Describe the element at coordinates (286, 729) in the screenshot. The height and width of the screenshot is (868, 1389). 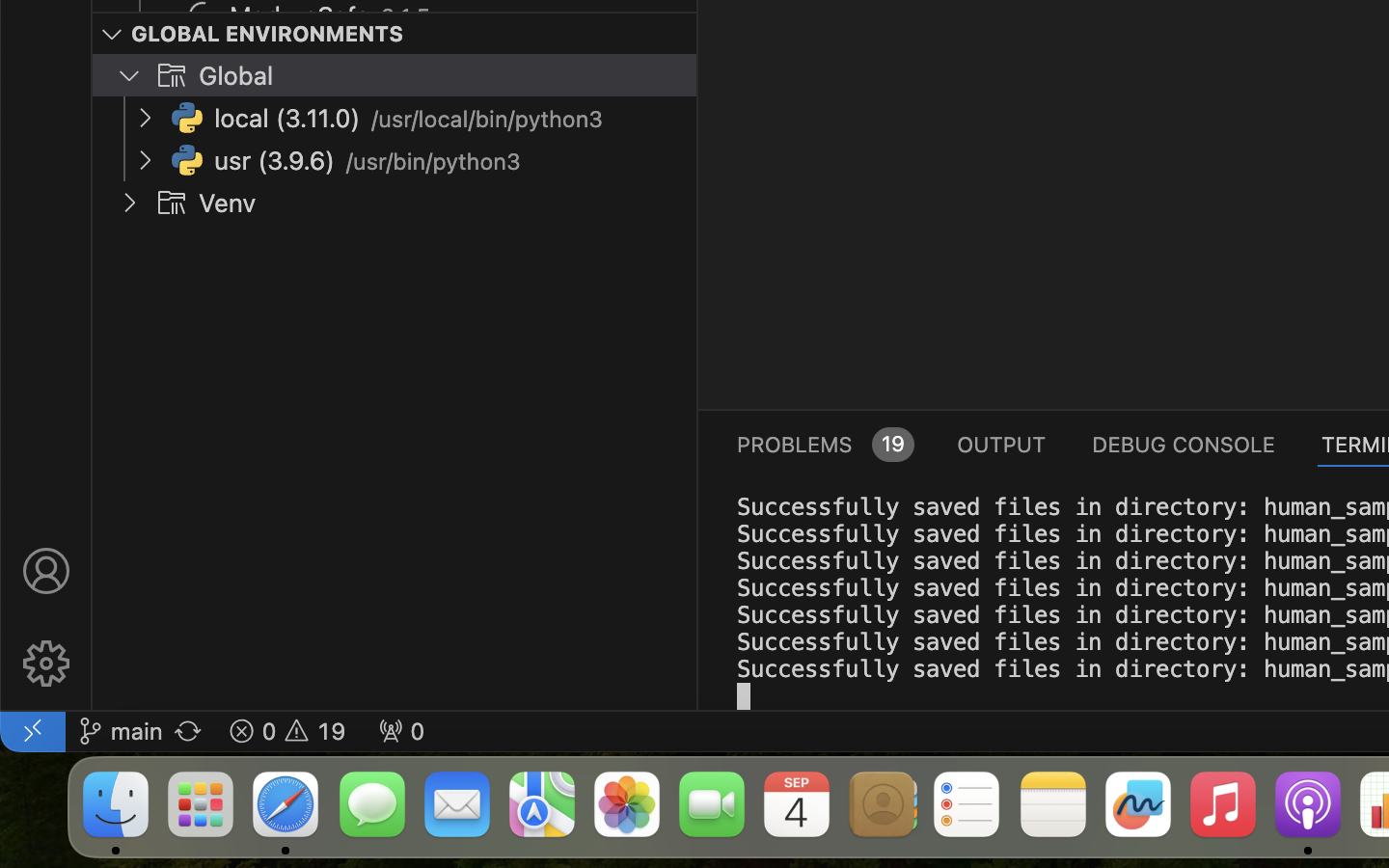
I see `'19  0 '` at that location.